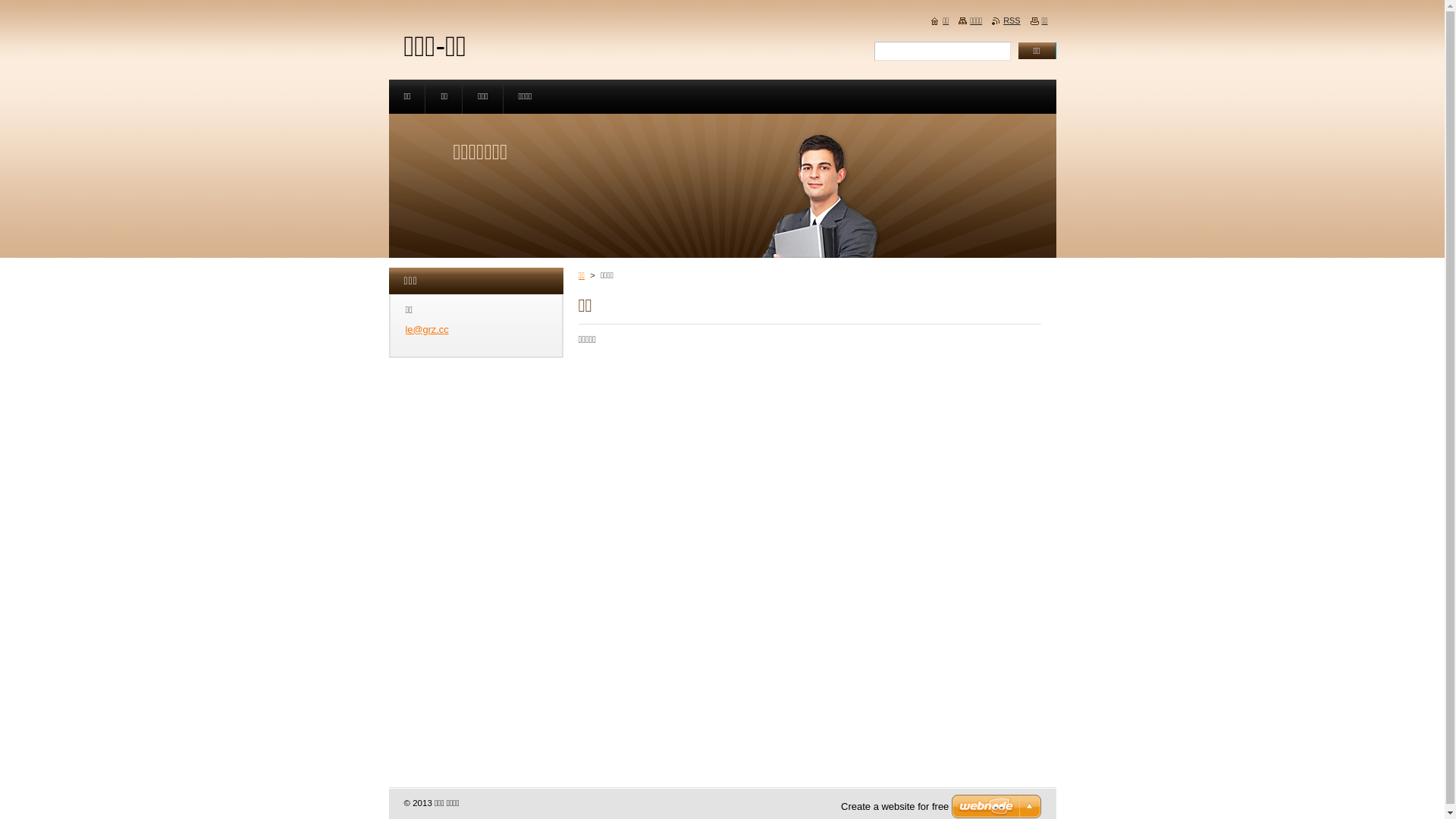  Describe the element at coordinates (992, 20) in the screenshot. I see `'RSS'` at that location.